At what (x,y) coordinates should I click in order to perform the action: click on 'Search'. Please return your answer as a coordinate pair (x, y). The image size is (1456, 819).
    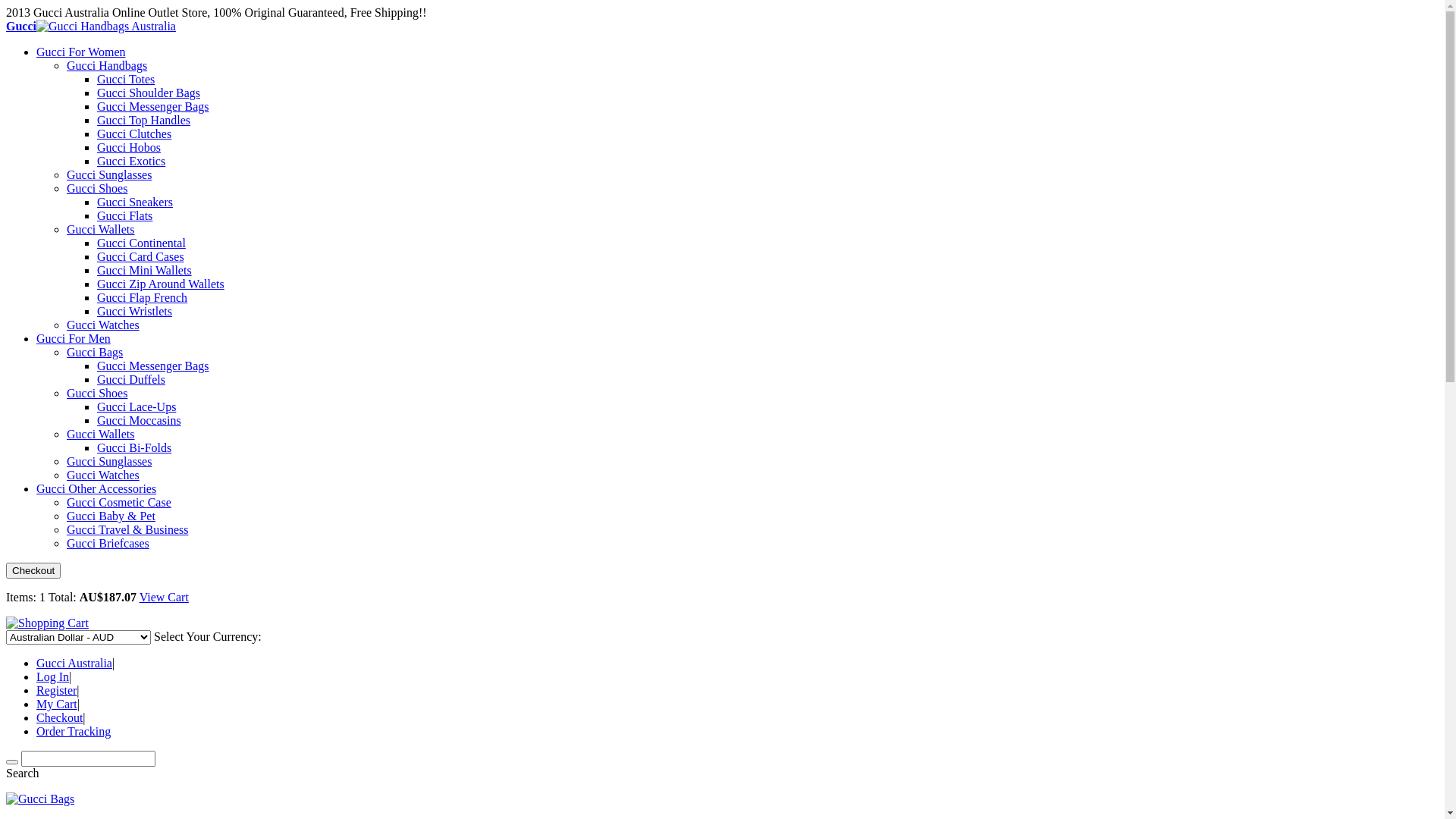
    Looking at the image, I should click on (11, 762).